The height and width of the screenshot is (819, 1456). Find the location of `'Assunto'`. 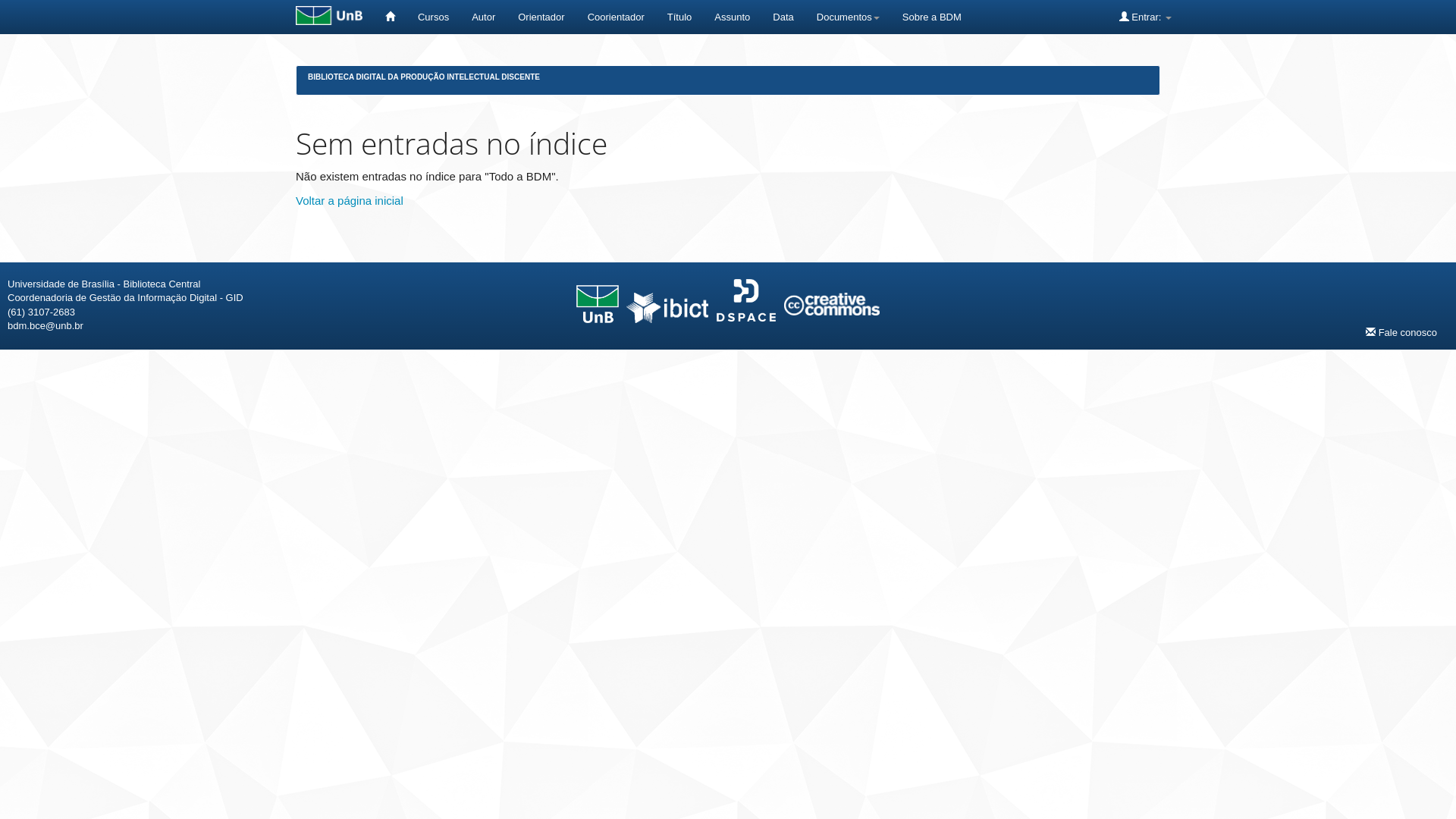

'Assunto' is located at coordinates (732, 17).